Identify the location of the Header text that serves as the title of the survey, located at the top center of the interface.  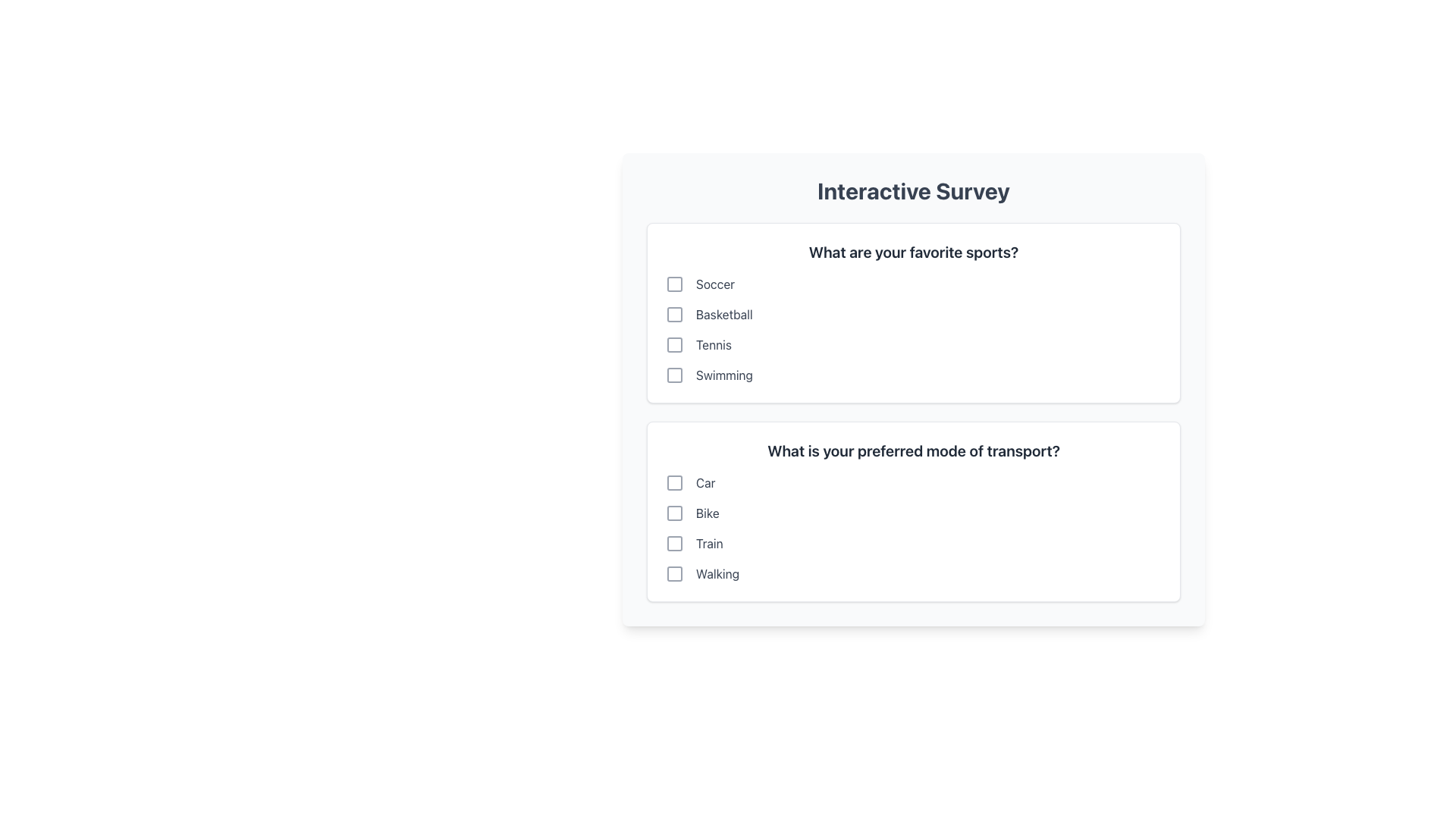
(912, 190).